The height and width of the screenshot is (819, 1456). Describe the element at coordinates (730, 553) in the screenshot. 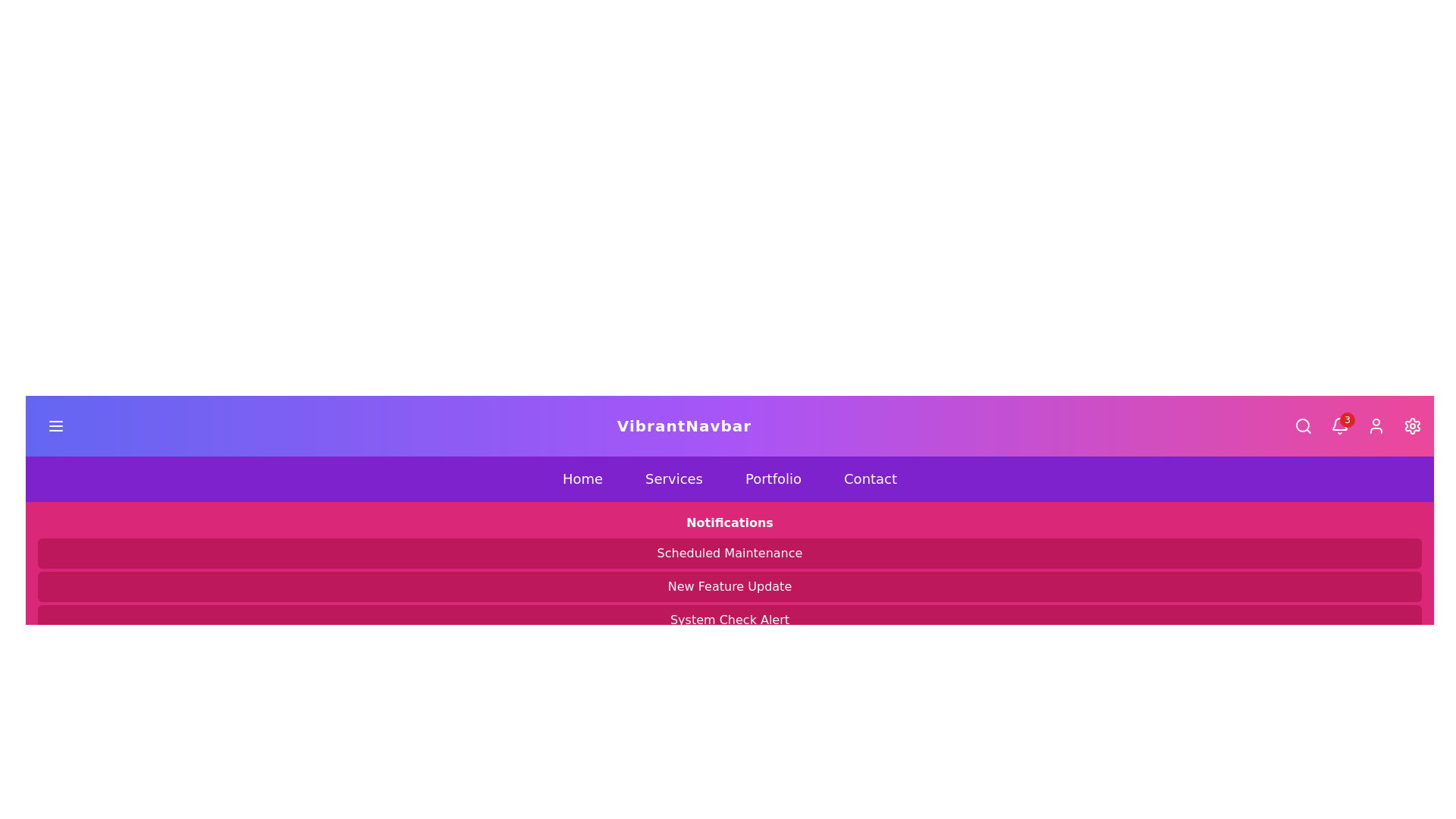

I see `text from the vibrant pink label displaying 'Scheduled Maintenance', which is located below the 'Notifications' header` at that location.